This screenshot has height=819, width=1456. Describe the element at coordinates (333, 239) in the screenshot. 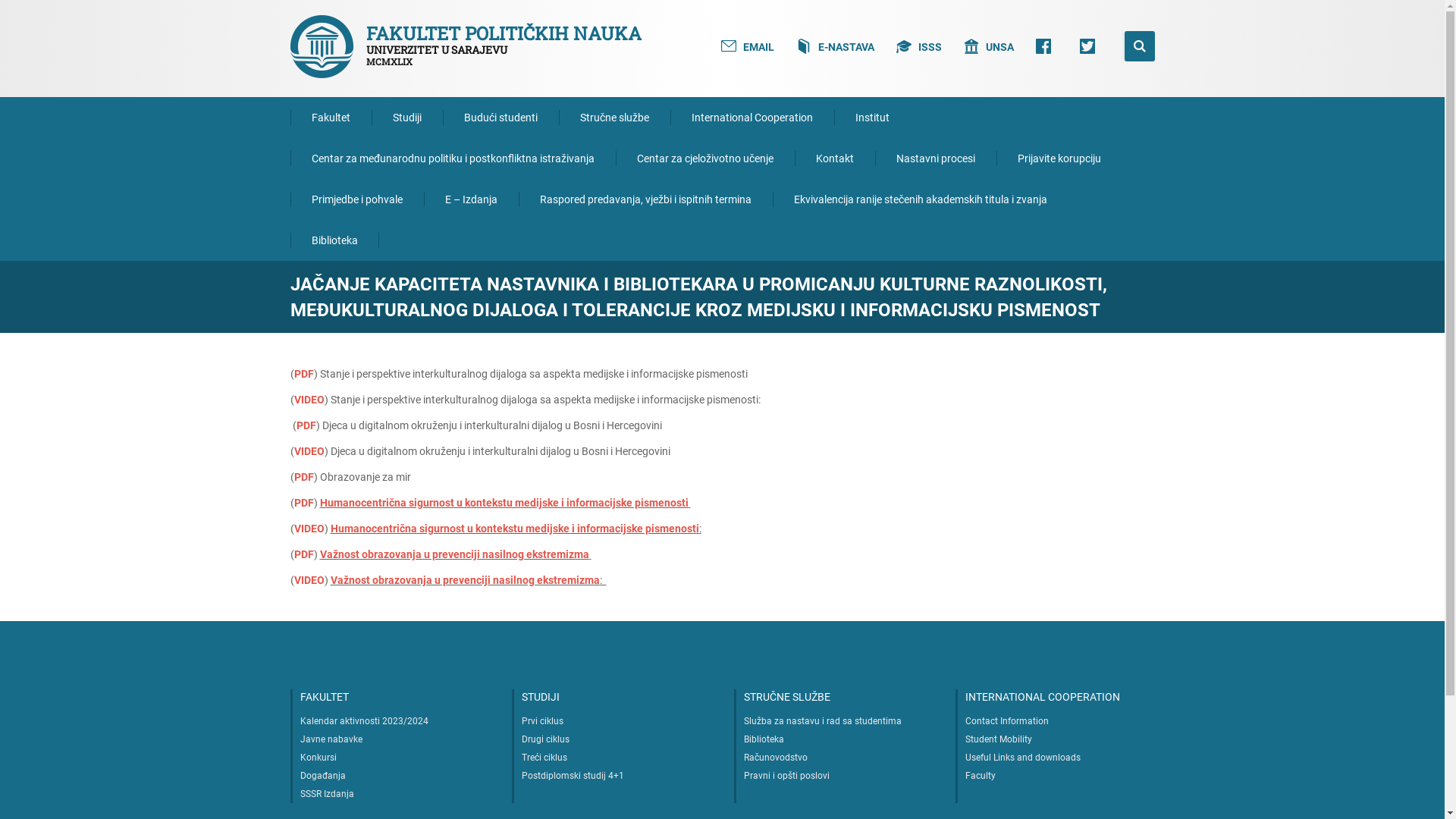

I see `'Biblioteka'` at that location.